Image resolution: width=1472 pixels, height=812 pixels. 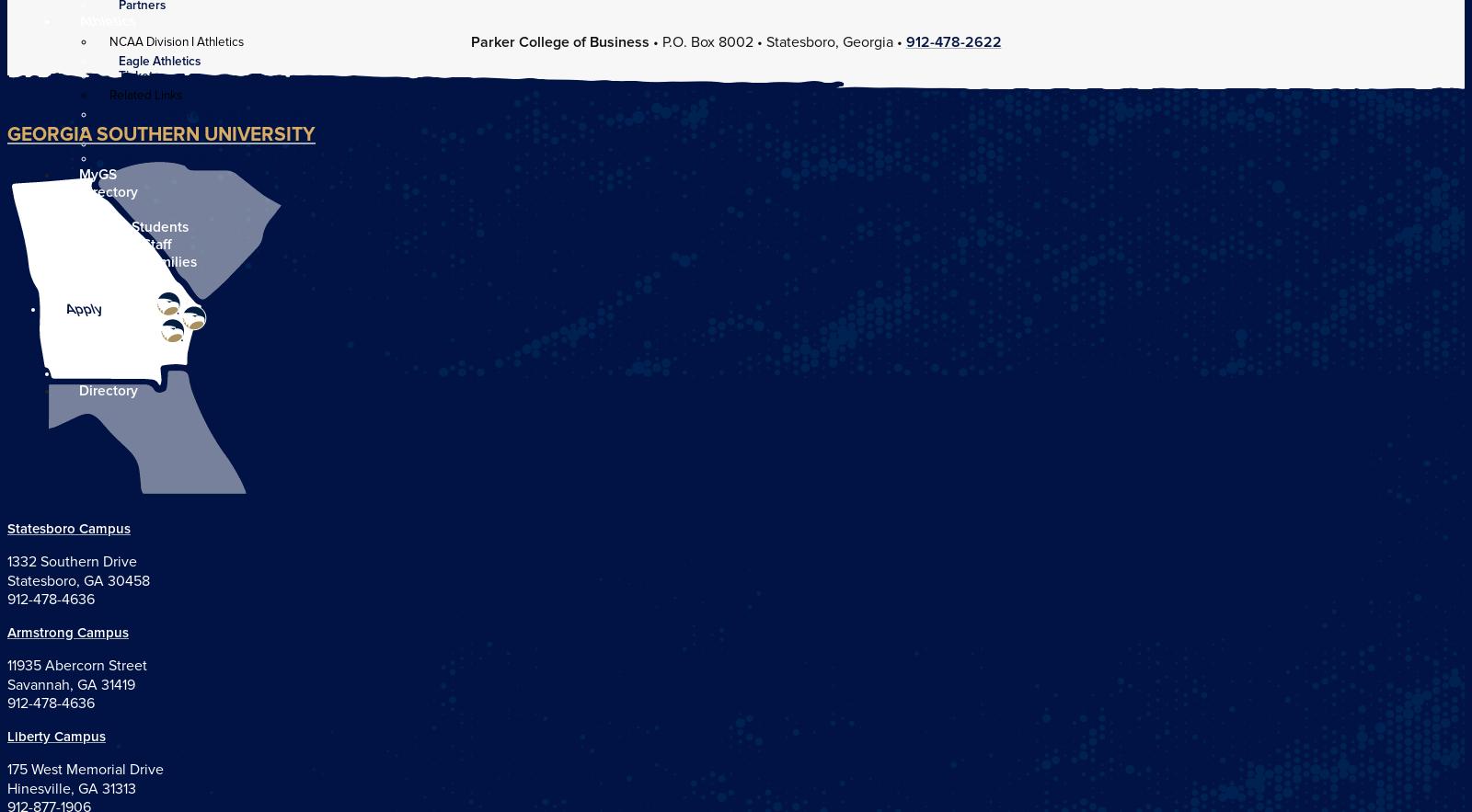 What do you see at coordinates (150, 143) in the screenshot?
I see `'Golf Course'` at bounding box center [150, 143].